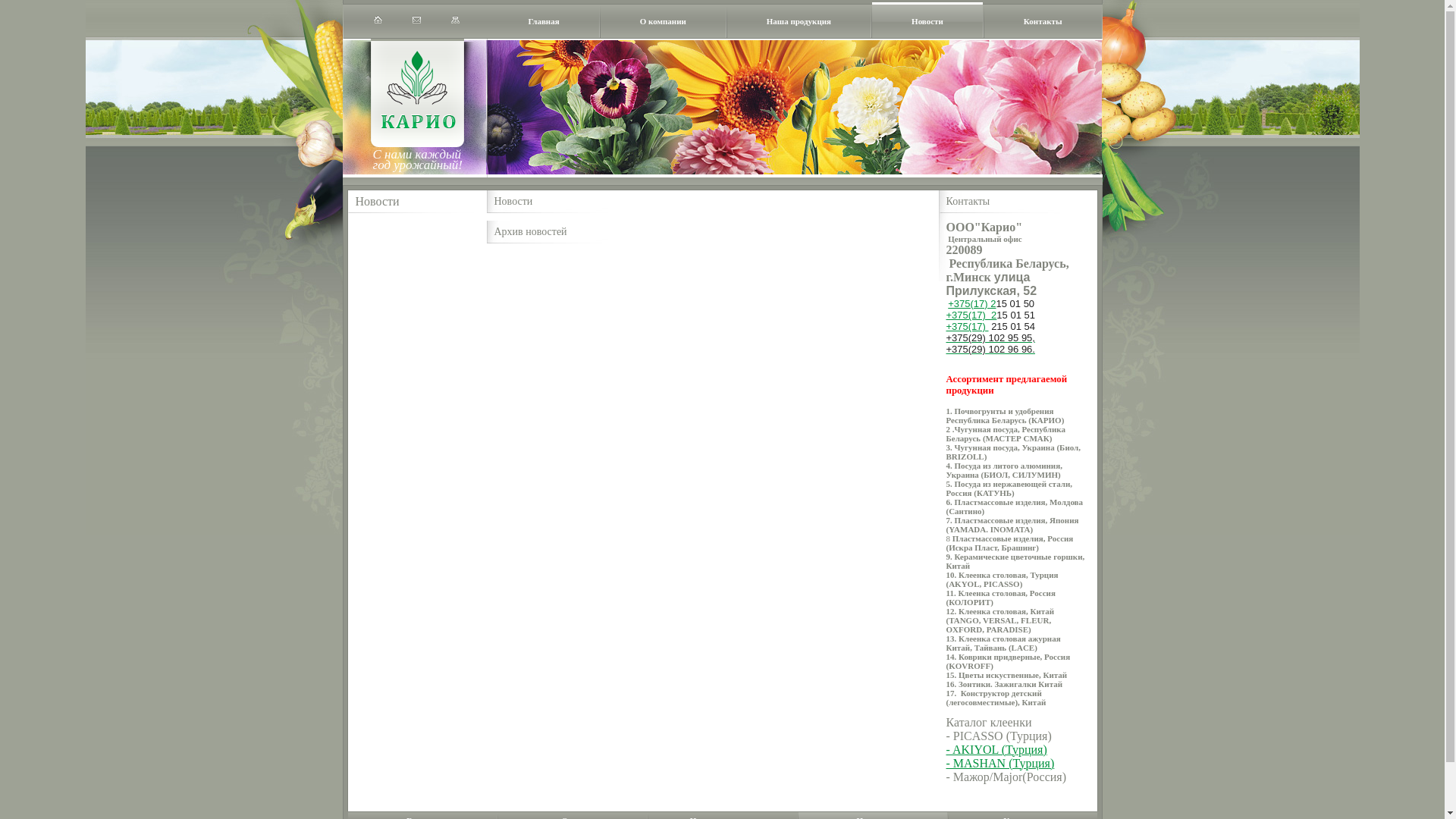 The image size is (1456, 819). I want to click on '+375(17) 2', so click(971, 303).